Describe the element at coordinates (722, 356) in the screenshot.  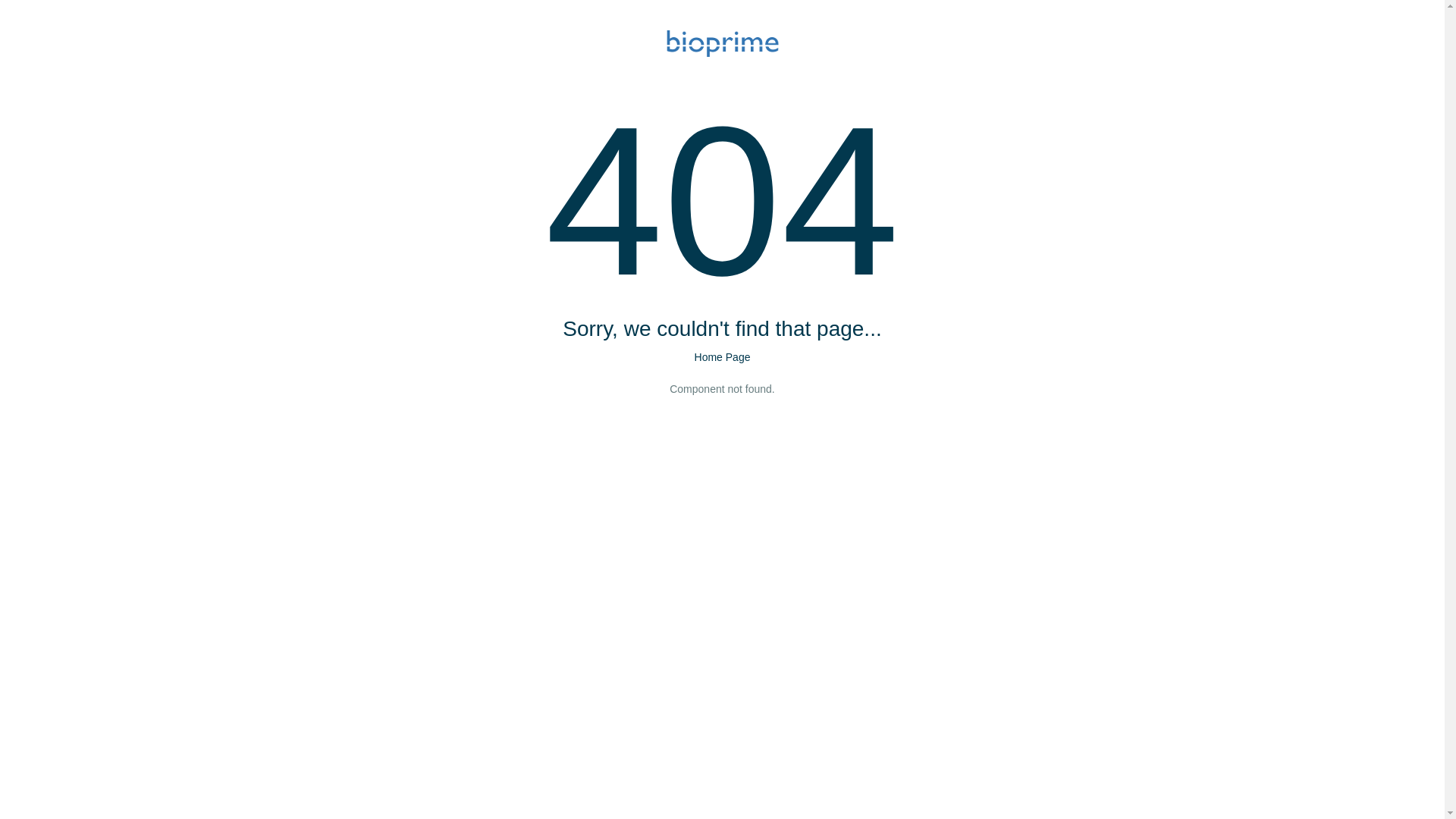
I see `'Home Page'` at that location.